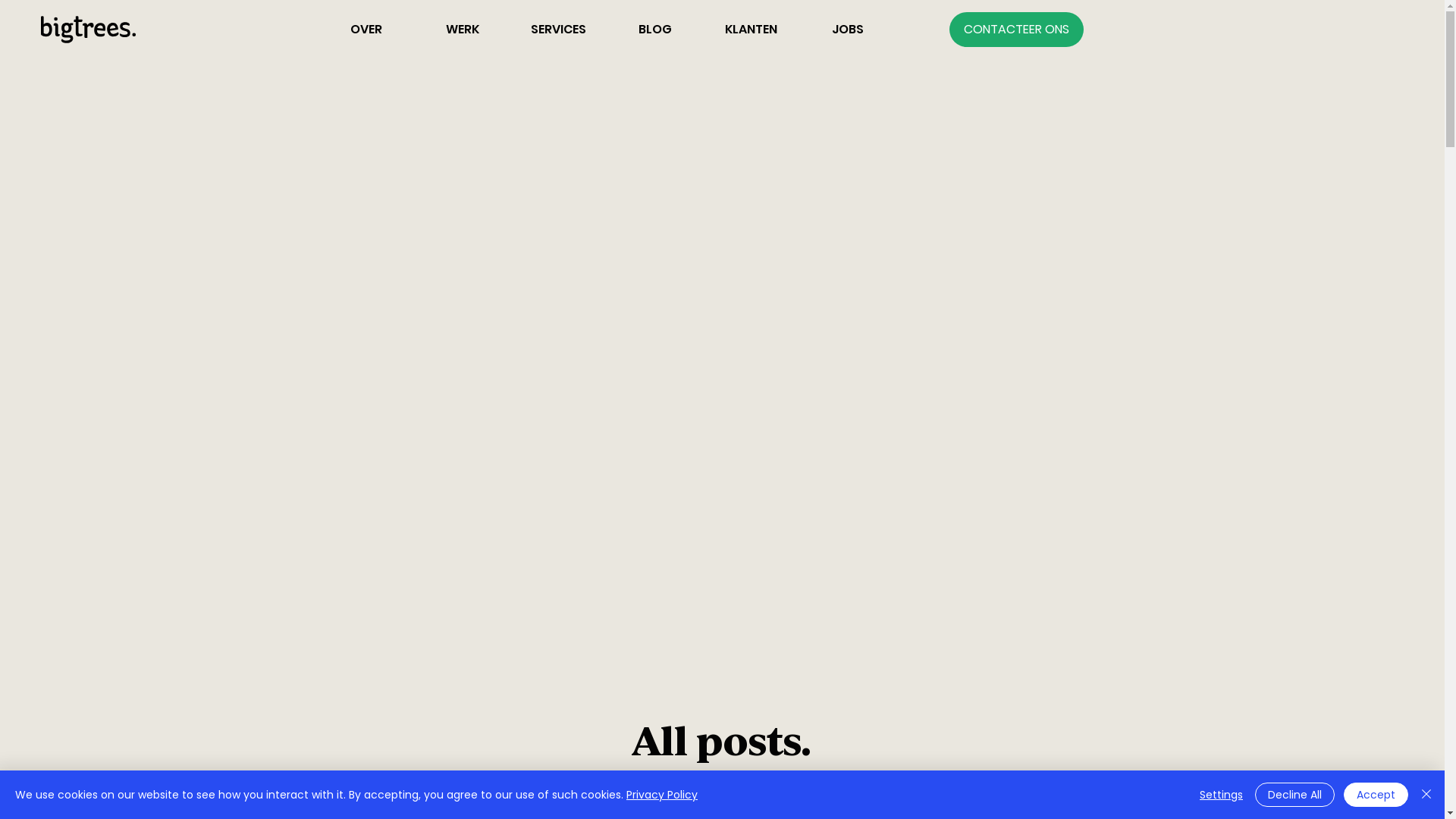 Image resolution: width=1456 pixels, height=819 pixels. I want to click on 'SERVICES', so click(510, 29).